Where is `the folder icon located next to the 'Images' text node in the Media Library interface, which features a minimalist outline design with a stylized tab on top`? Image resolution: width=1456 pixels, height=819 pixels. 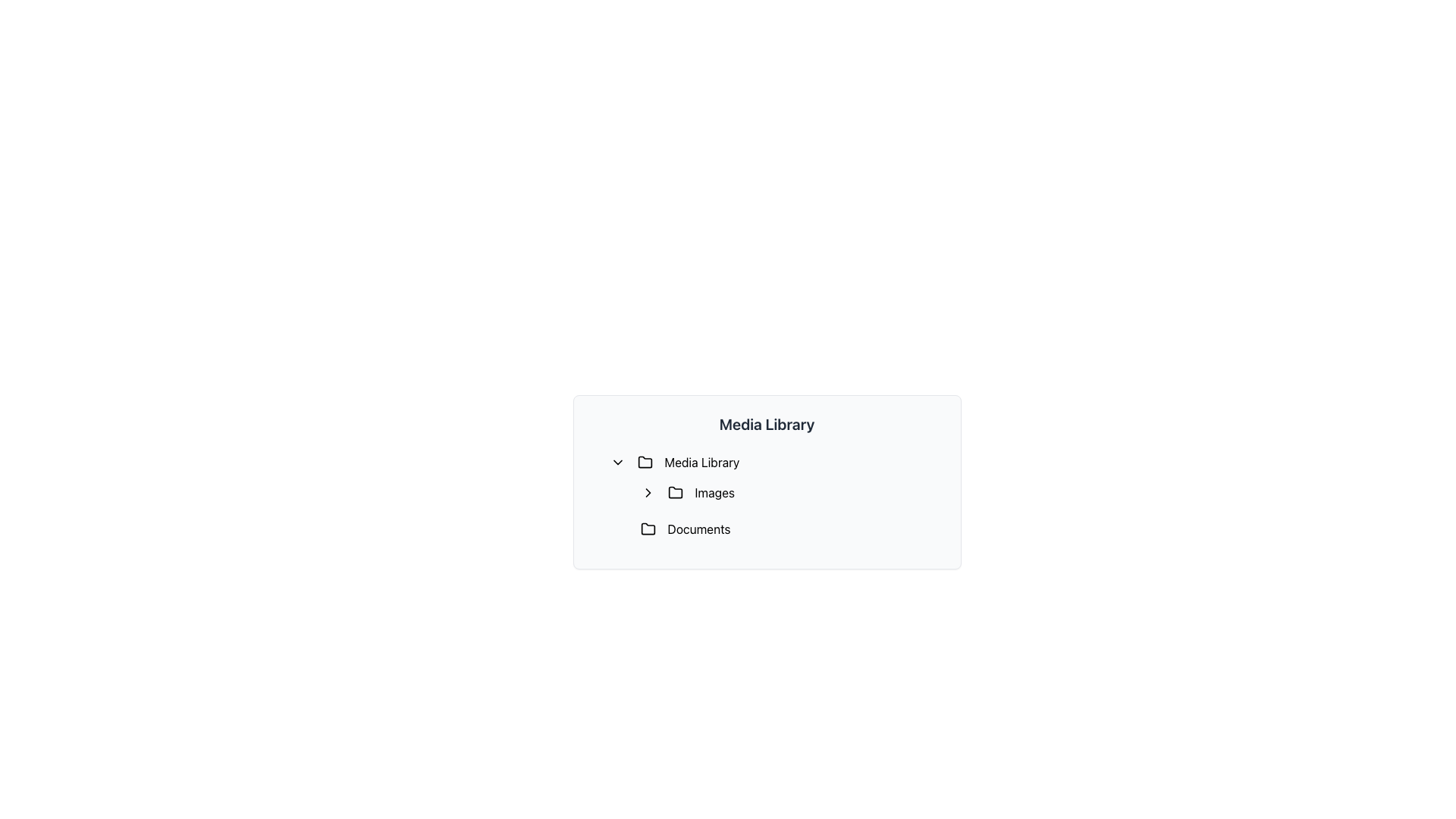 the folder icon located next to the 'Images' text node in the Media Library interface, which features a minimalist outline design with a stylized tab on top is located at coordinates (674, 492).